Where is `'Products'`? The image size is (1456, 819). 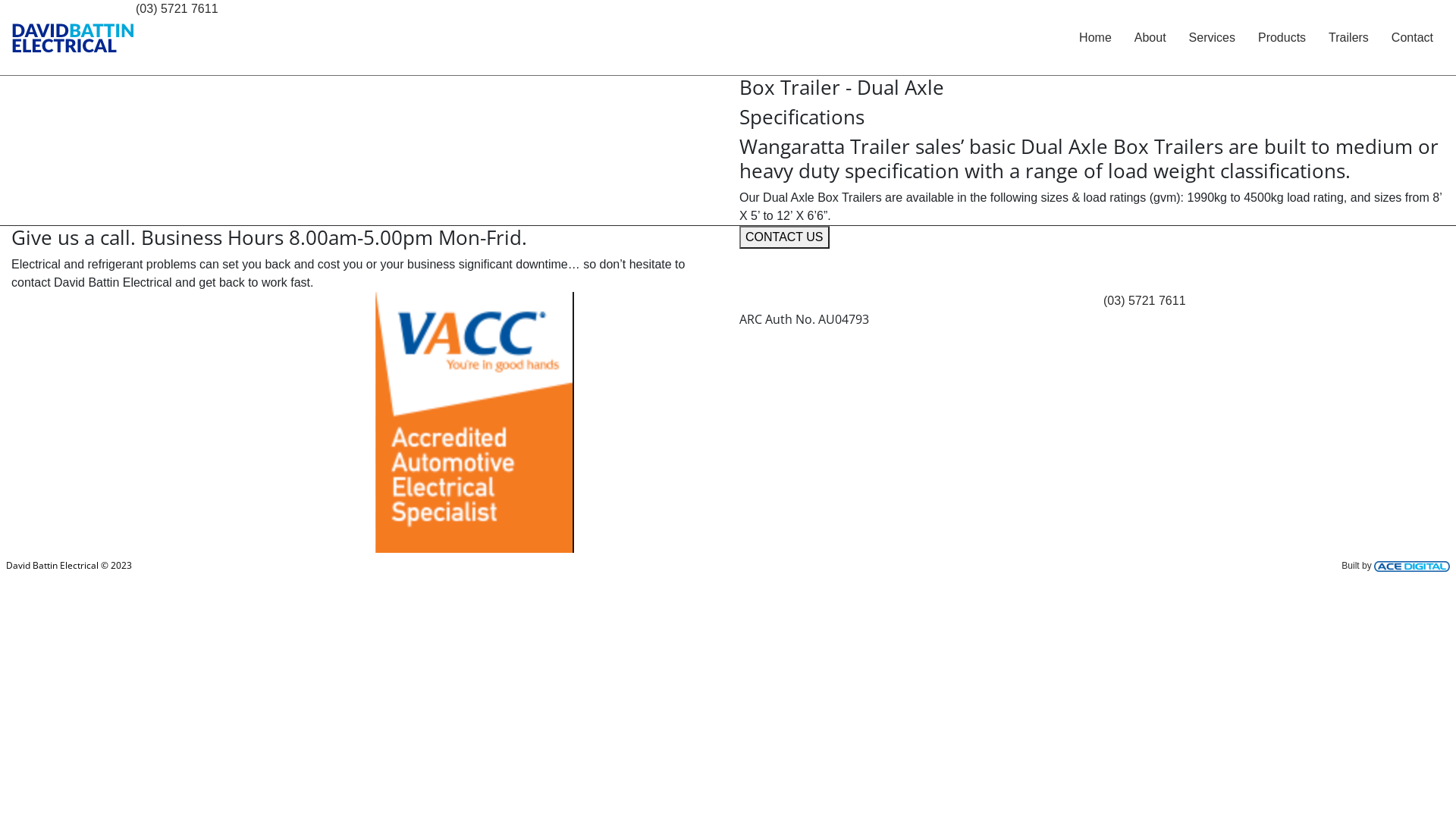
'Products' is located at coordinates (1246, 37).